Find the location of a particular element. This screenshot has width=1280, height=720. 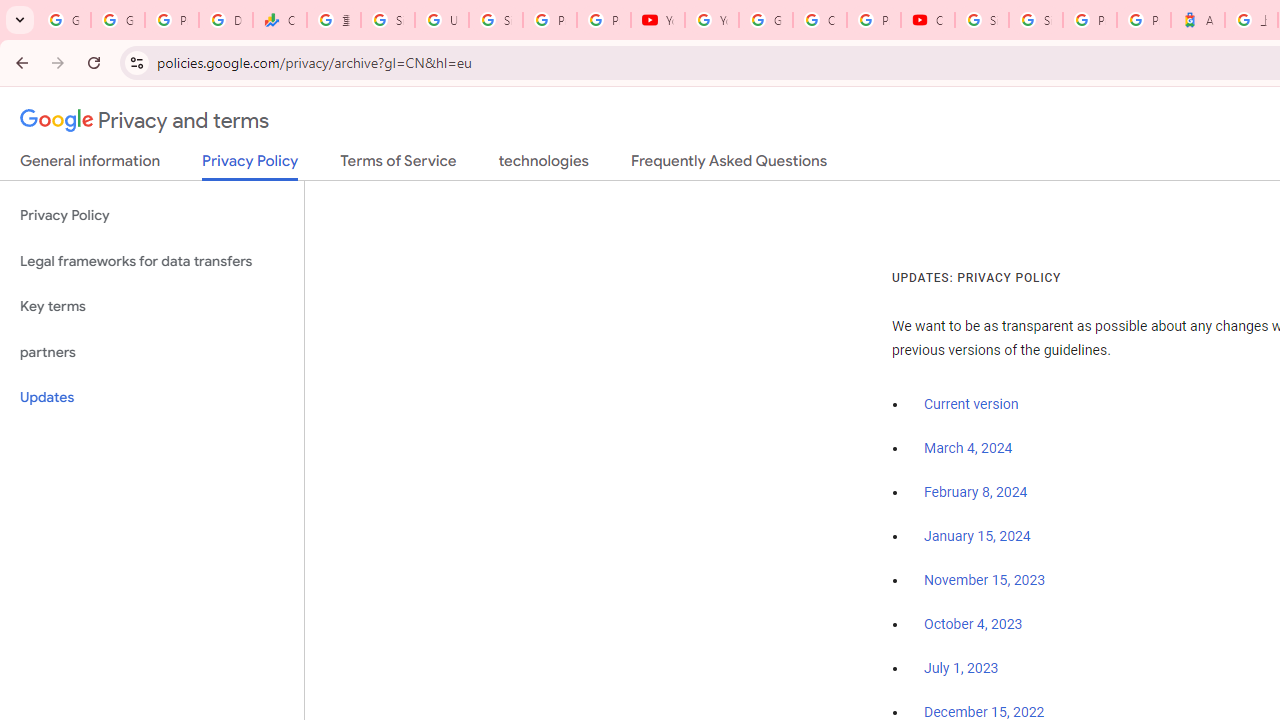

'Frequently Asked Questions' is located at coordinates (727, 164).